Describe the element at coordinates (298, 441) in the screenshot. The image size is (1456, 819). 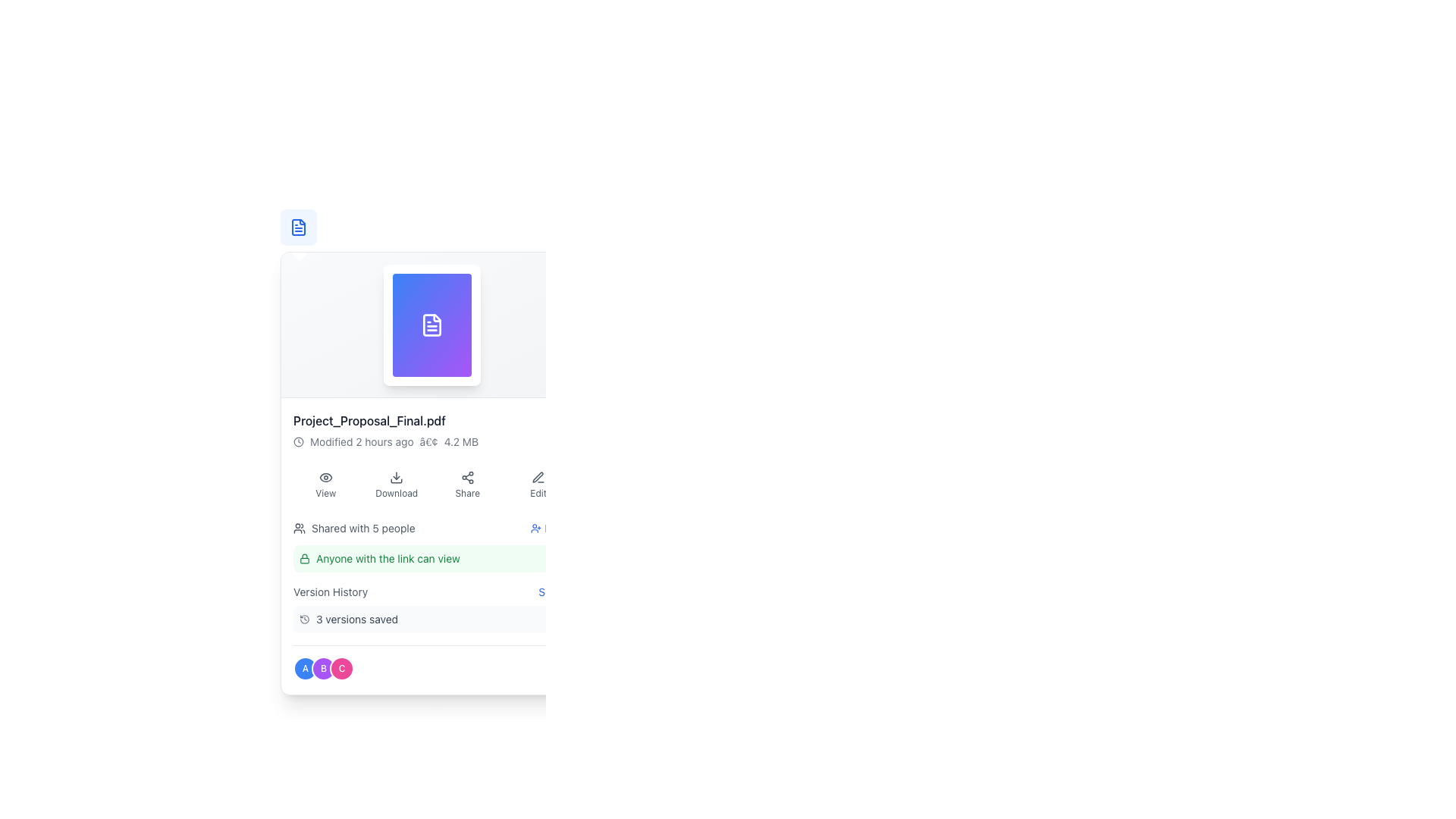
I see `the clock icon, which represents the modification time of the associated file` at that location.